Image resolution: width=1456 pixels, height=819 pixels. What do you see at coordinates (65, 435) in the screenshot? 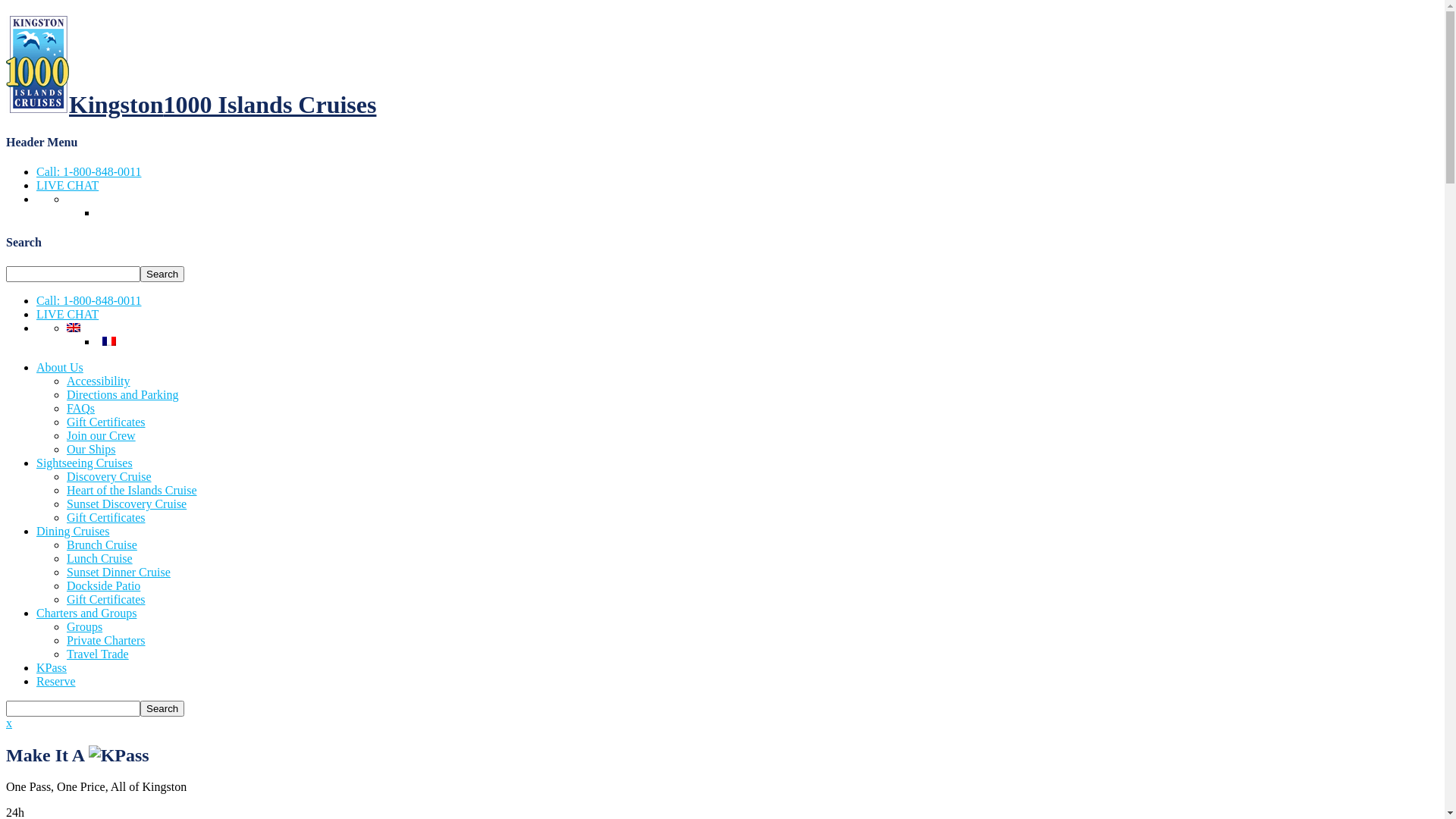
I see `'Join our Crew'` at bounding box center [65, 435].